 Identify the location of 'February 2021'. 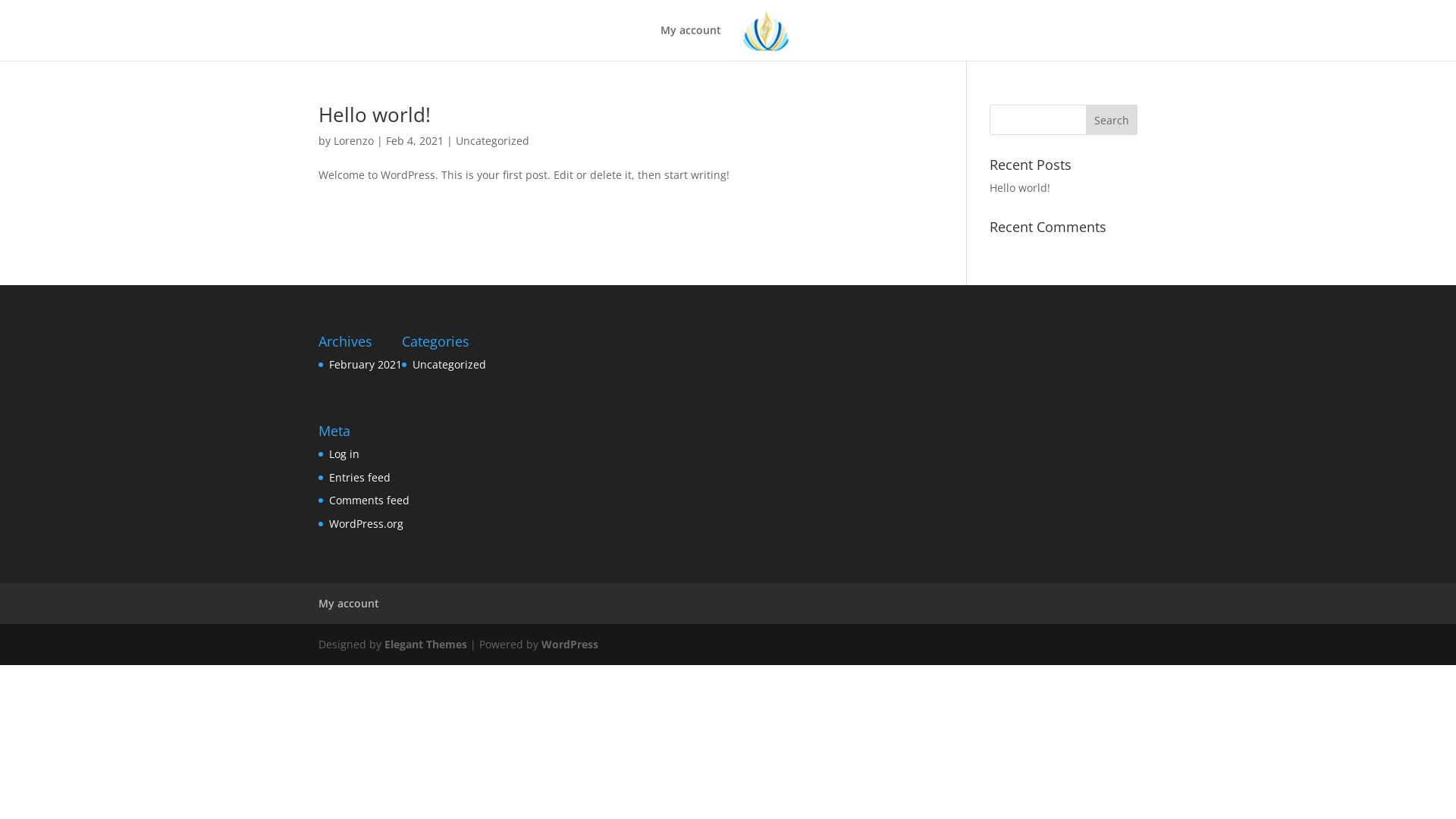
(365, 364).